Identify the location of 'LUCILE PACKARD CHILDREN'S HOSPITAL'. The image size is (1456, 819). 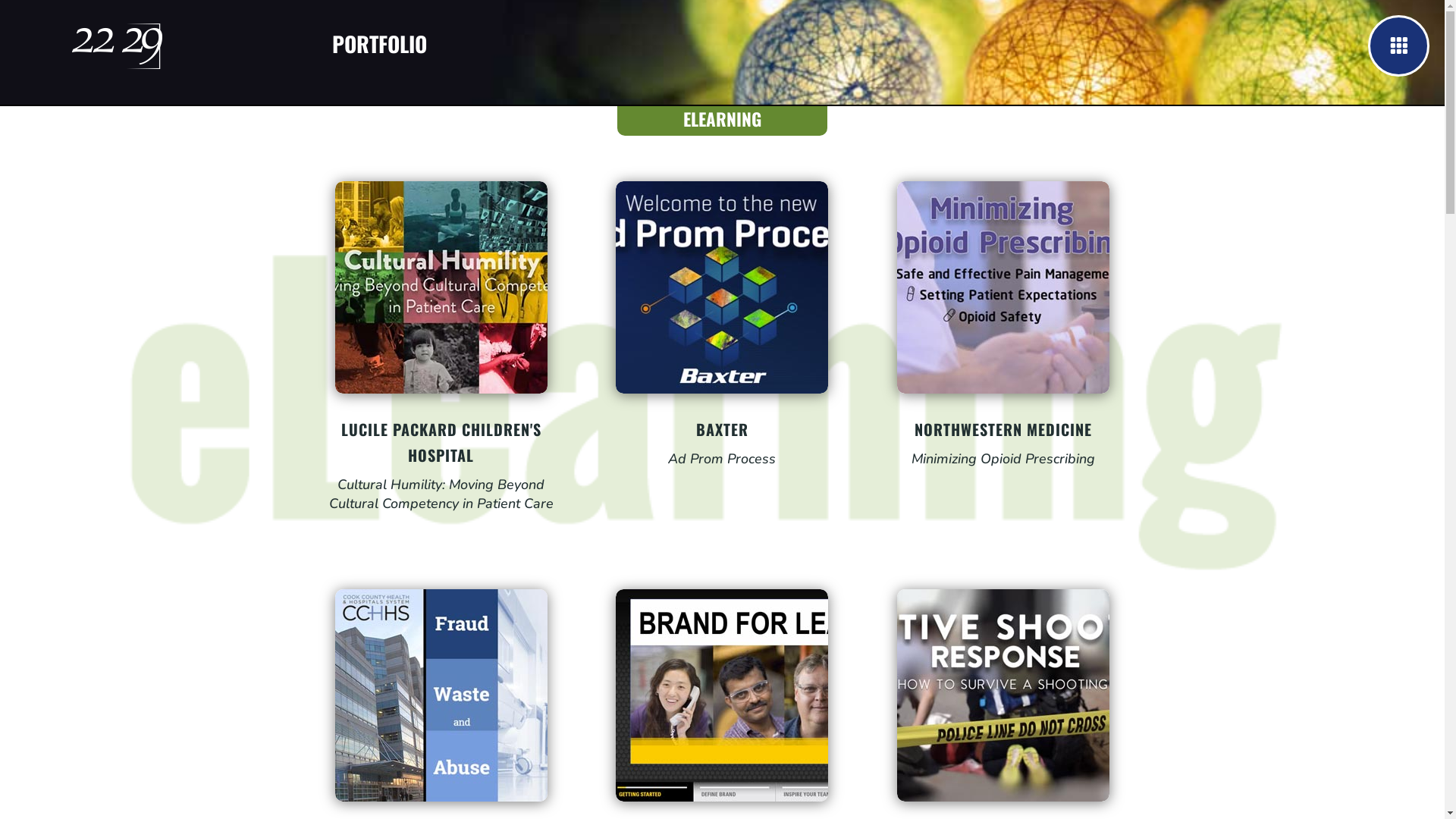
(340, 441).